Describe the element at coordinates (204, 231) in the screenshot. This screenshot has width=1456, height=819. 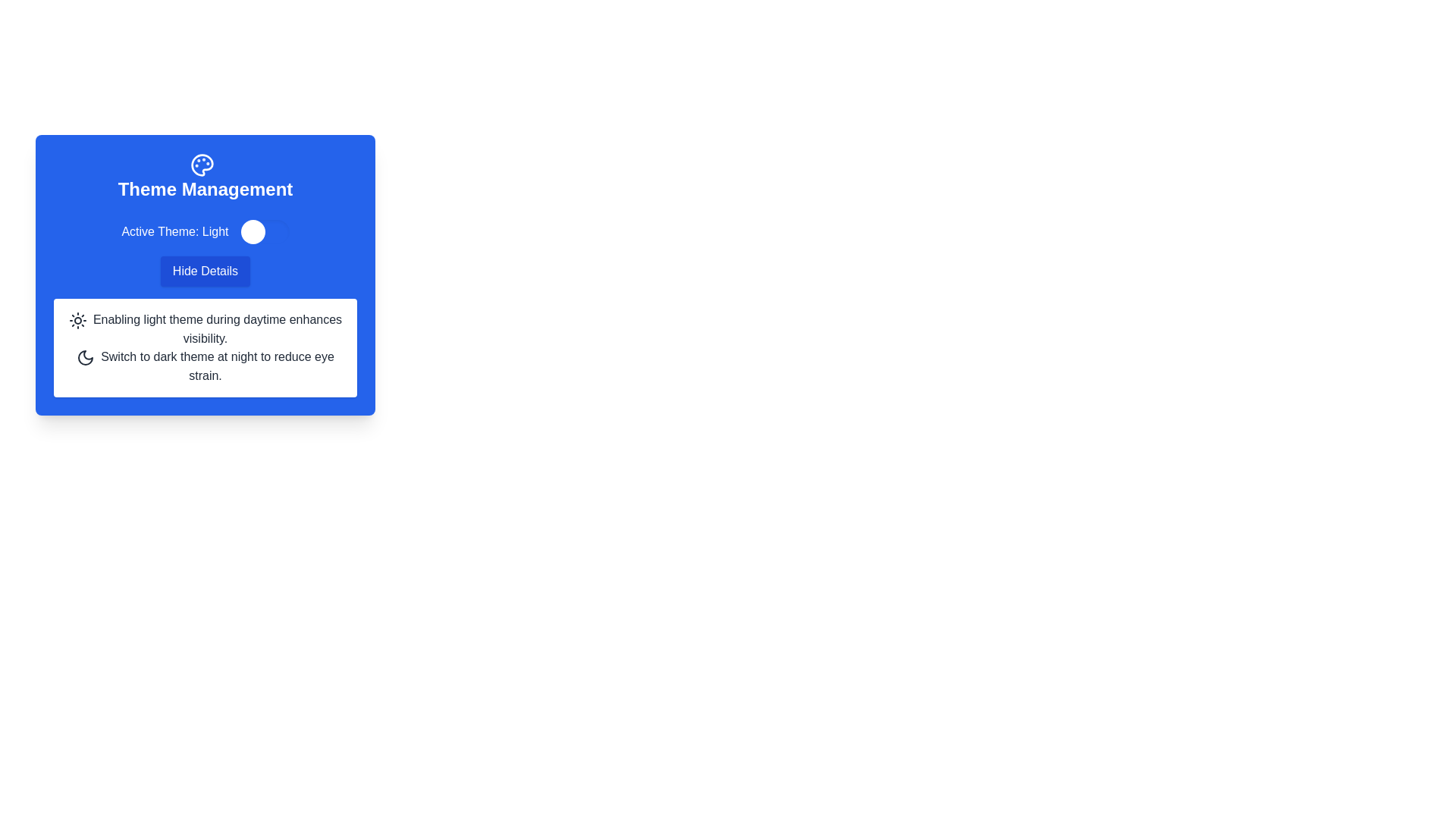
I see `the toggle switch for theme management, which indicates the current theme status and allows toggling between light and dark modes` at that location.